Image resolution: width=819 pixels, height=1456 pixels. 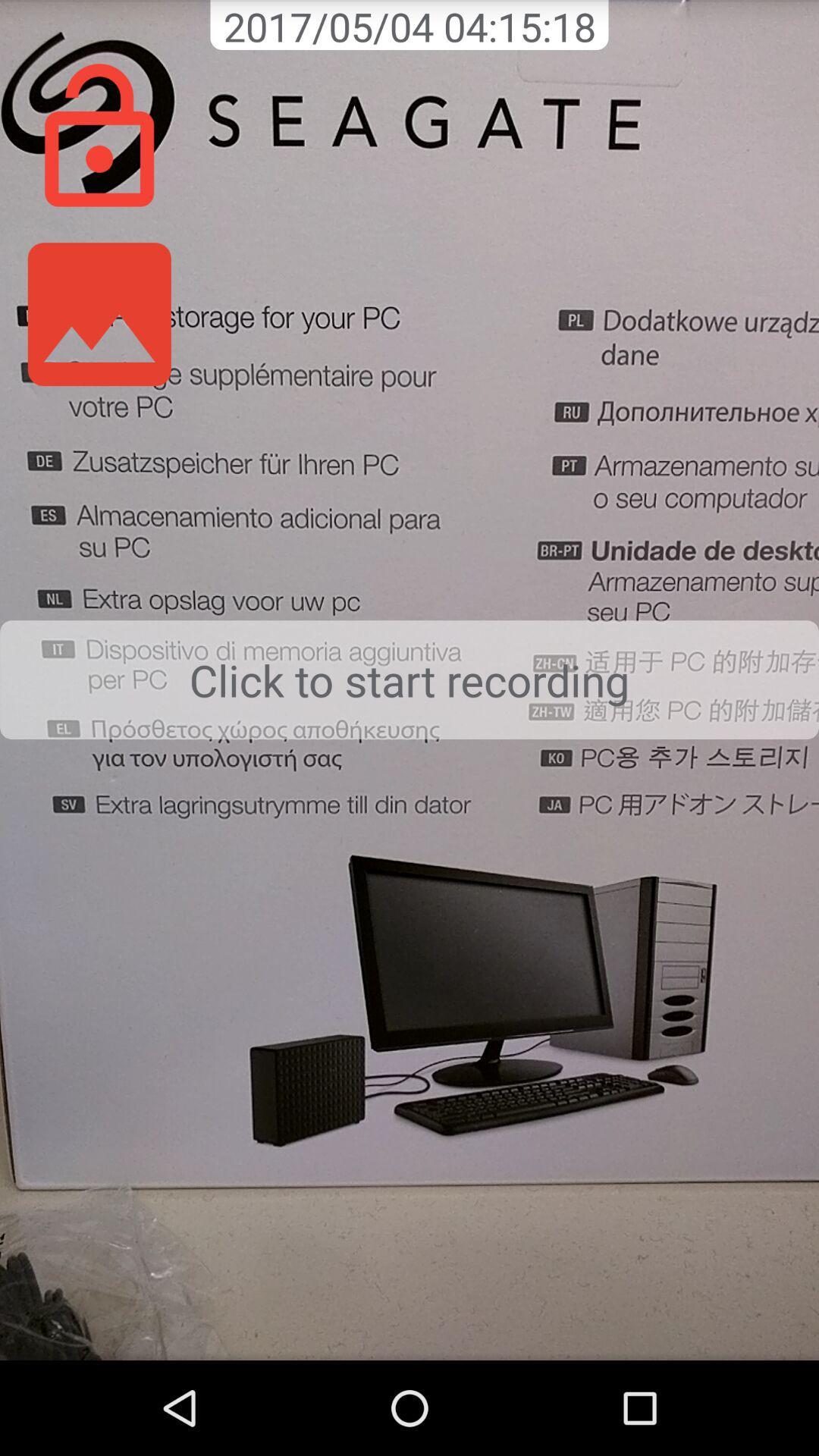 I want to click on the wallpaper icon, so click(x=99, y=335).